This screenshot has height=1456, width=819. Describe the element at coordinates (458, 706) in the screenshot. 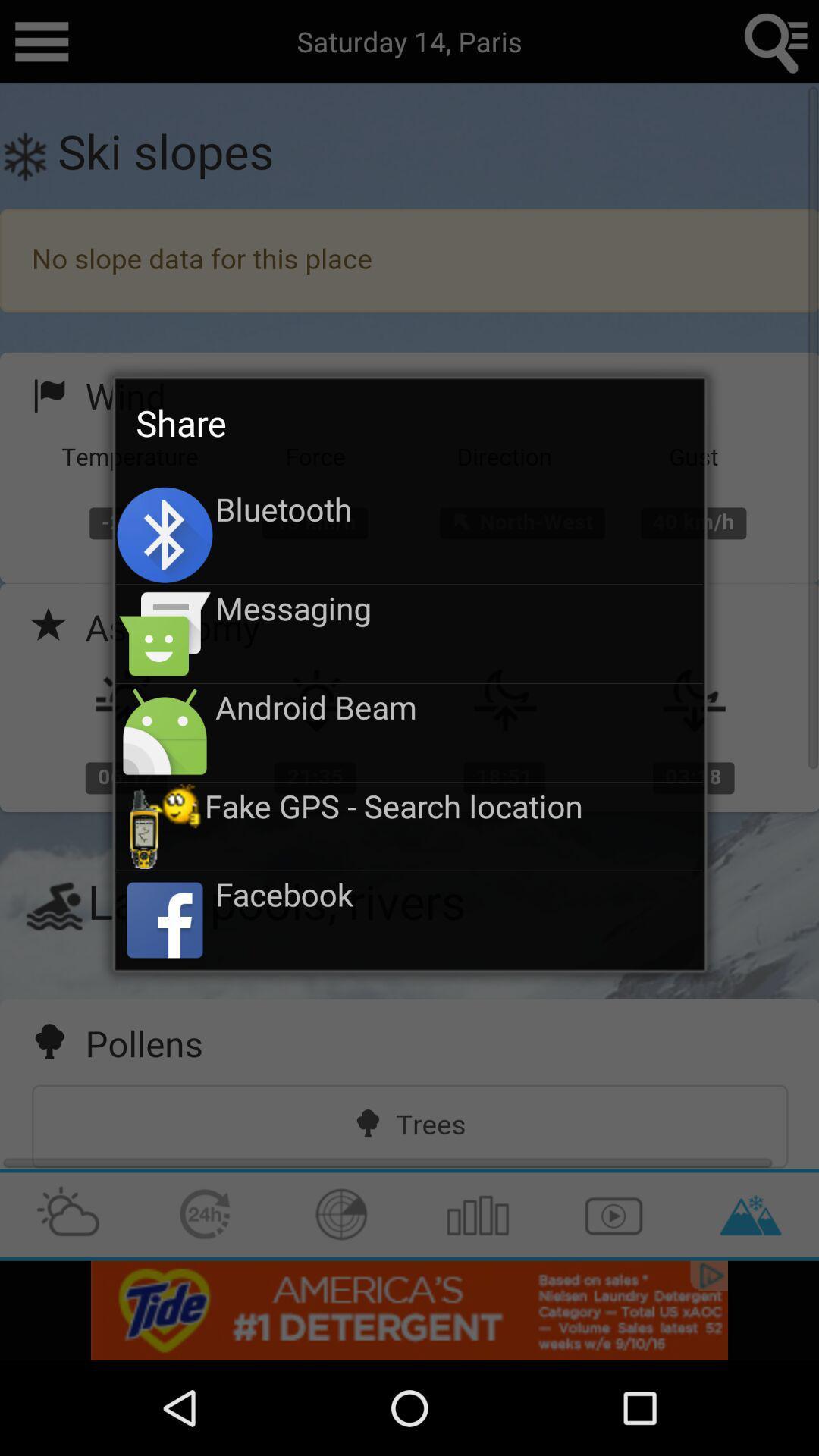

I see `icon above the fake gps search icon` at that location.